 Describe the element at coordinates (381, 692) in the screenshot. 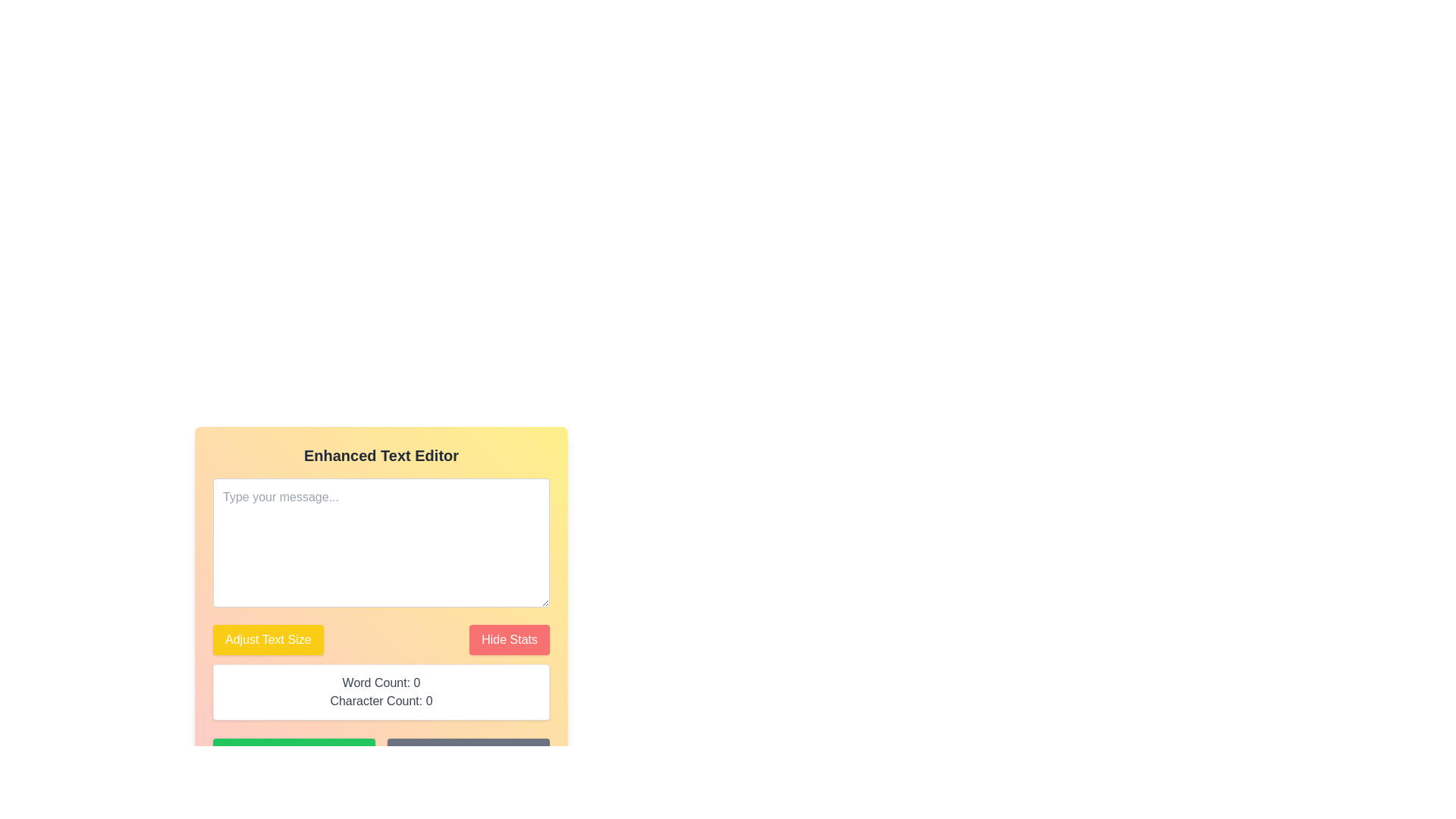

I see `the Text Display Box which shows 'Word Count: 0' and 'Character Count: 0' within the 'Enhanced Text Editor' panel` at that location.